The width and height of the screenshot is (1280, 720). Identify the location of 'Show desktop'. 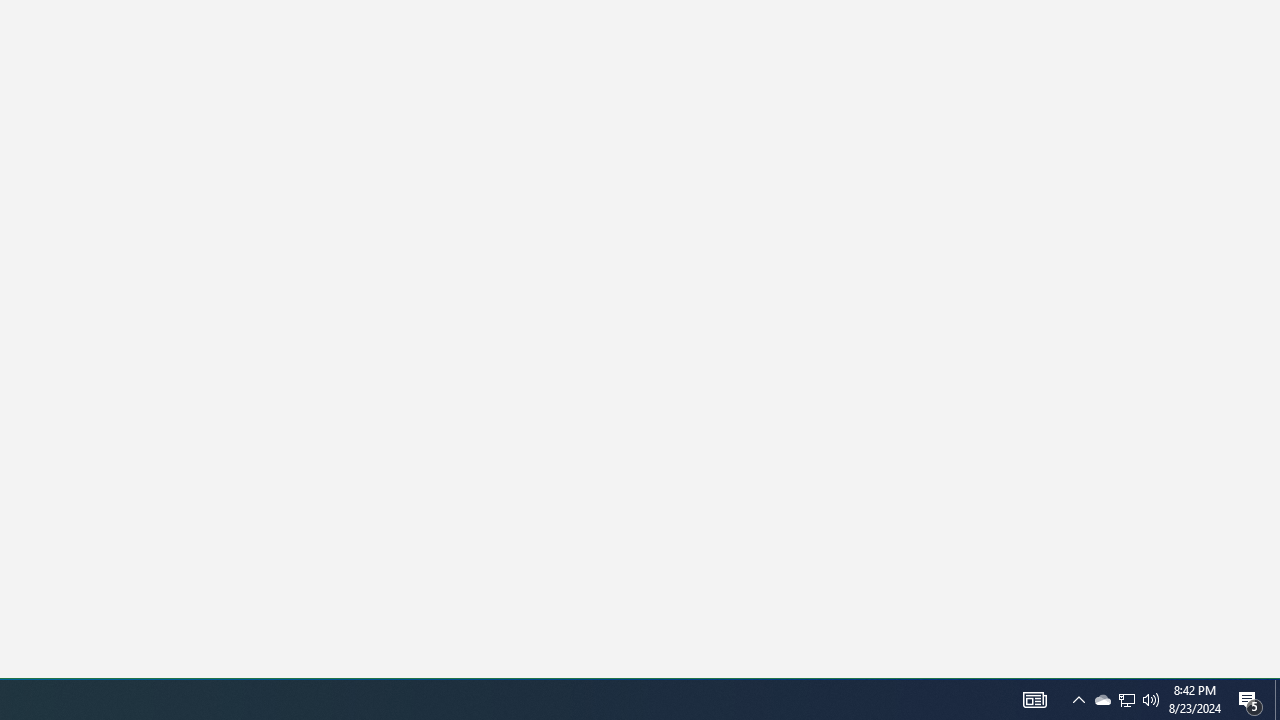
(1276, 698).